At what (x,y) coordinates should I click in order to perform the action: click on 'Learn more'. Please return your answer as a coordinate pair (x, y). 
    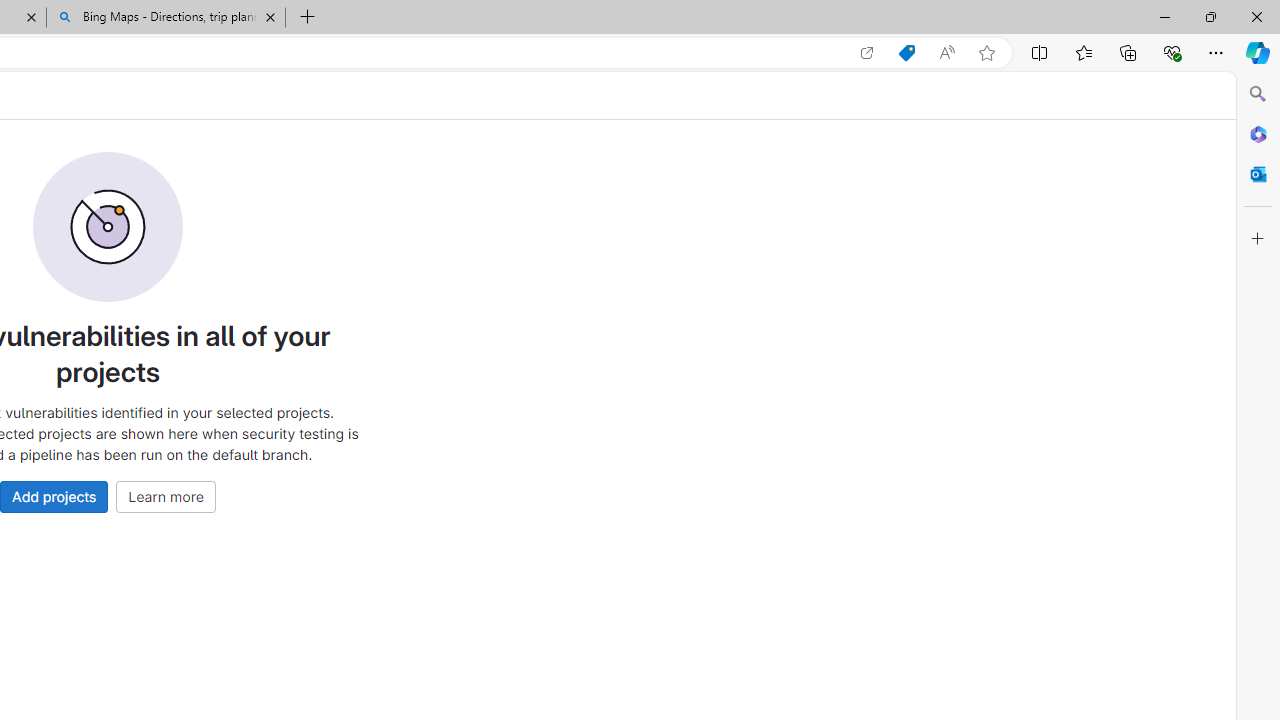
    Looking at the image, I should click on (166, 495).